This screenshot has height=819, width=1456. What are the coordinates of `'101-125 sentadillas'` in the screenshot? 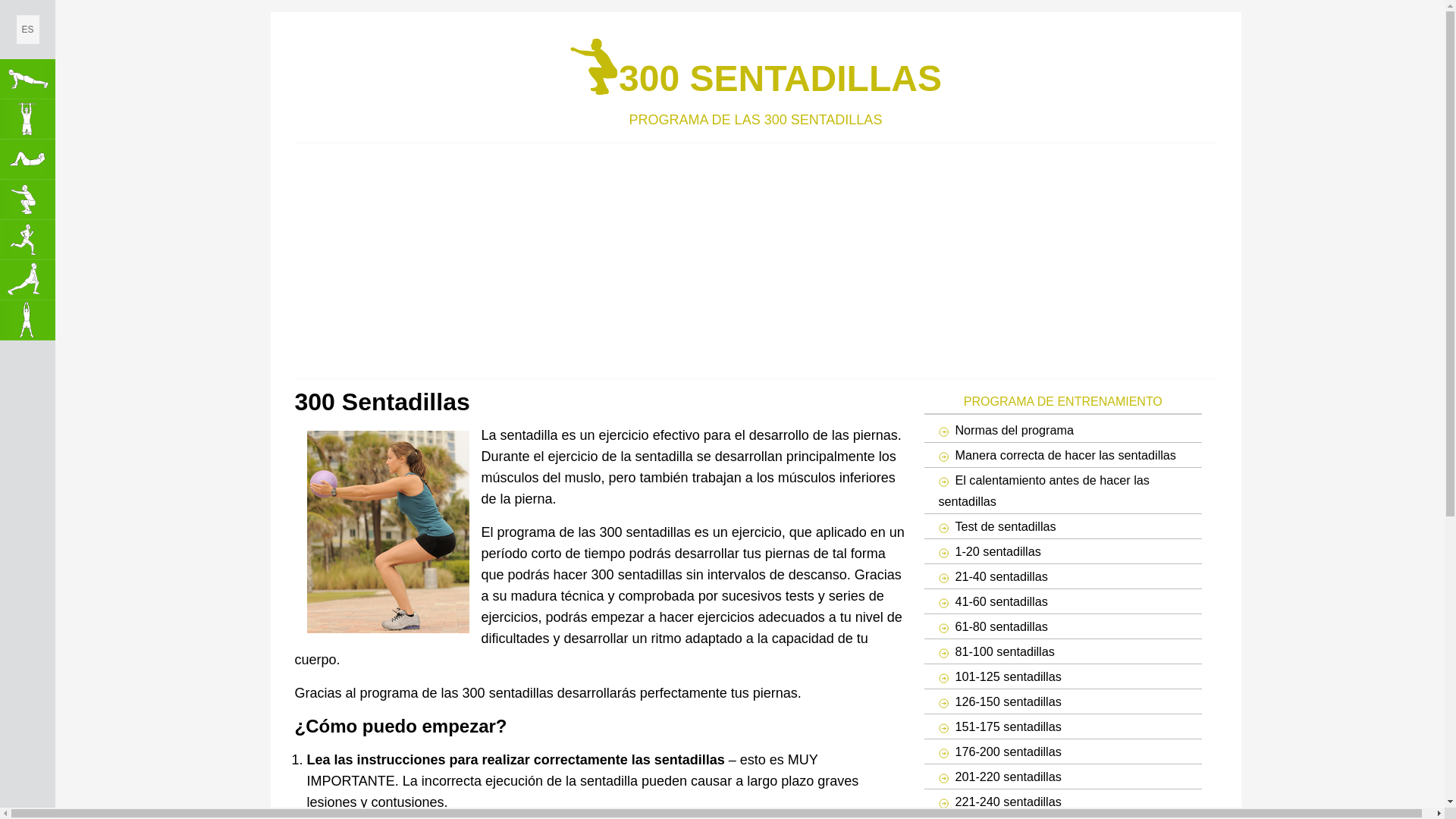 It's located at (1062, 675).